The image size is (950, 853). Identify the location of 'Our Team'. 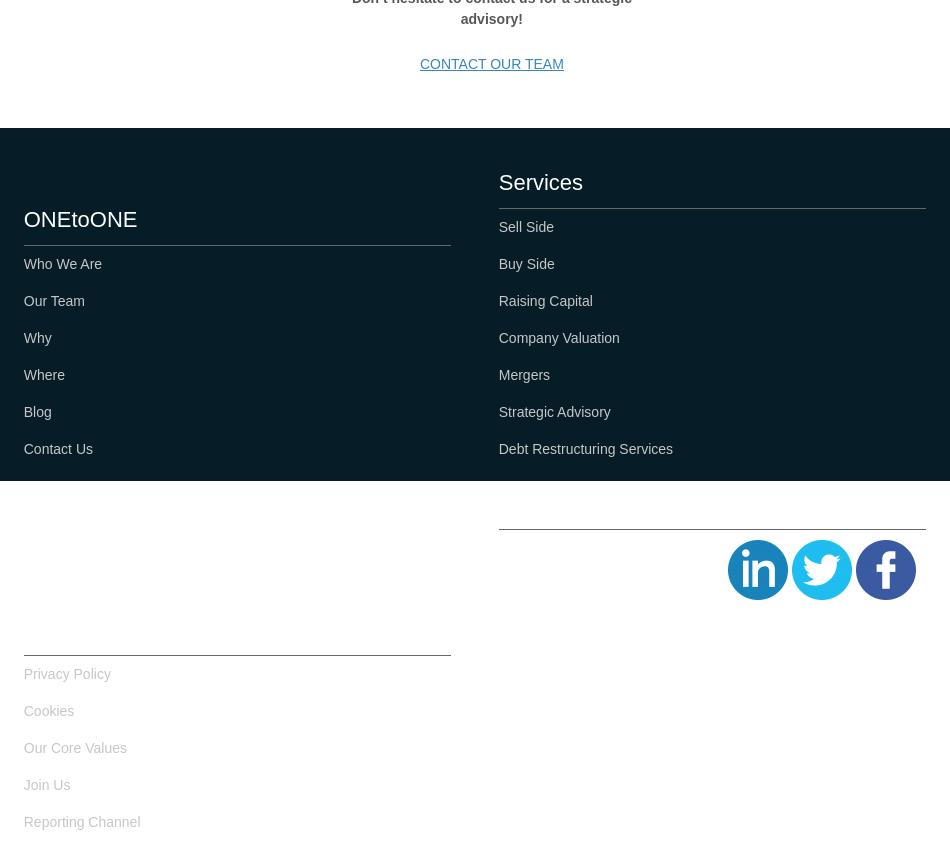
(53, 300).